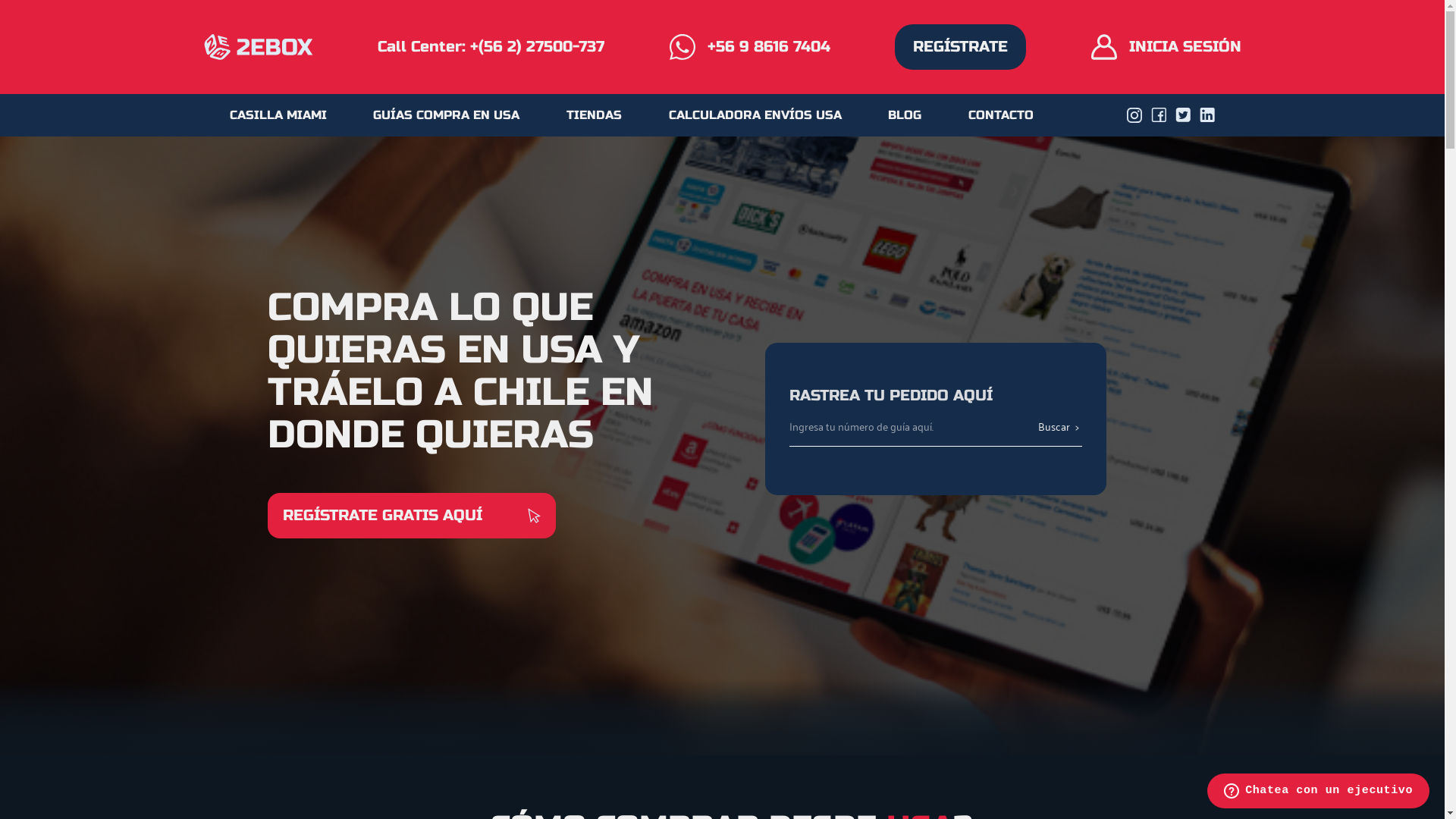 The image size is (1456, 819). What do you see at coordinates (1127, 114) in the screenshot?
I see `'instagram'` at bounding box center [1127, 114].